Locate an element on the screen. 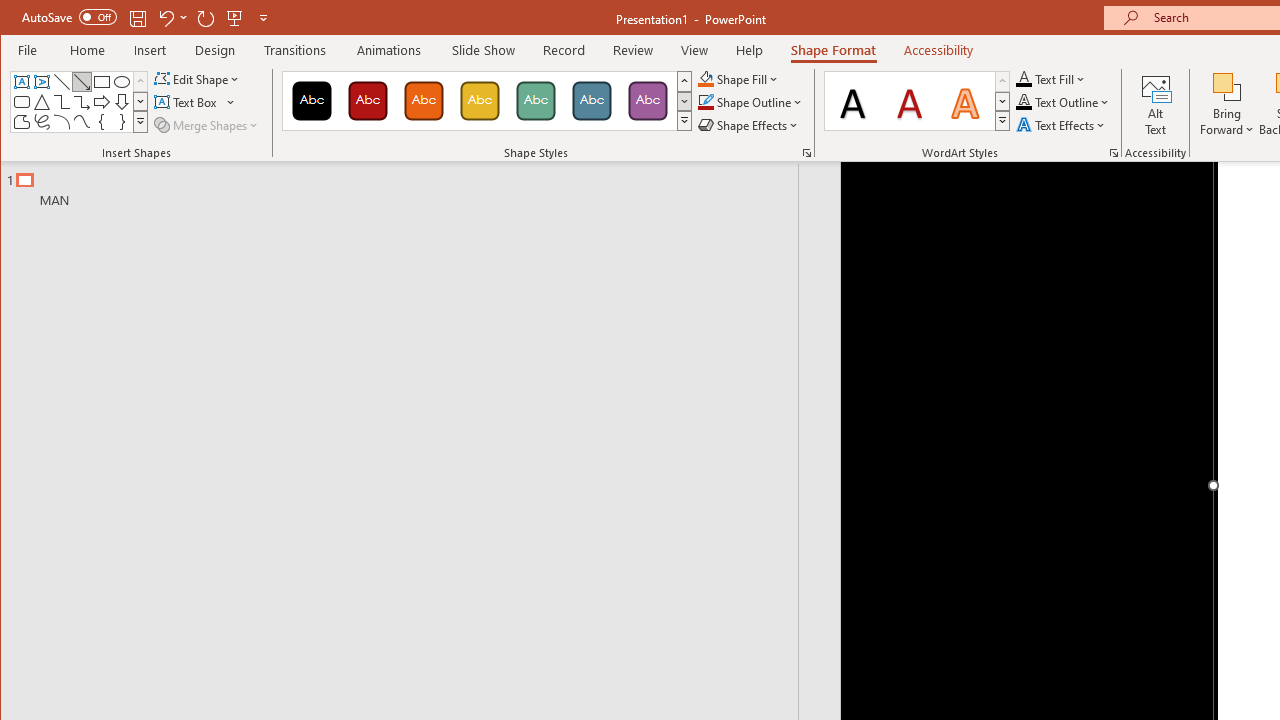  'Text Box' is located at coordinates (195, 102).